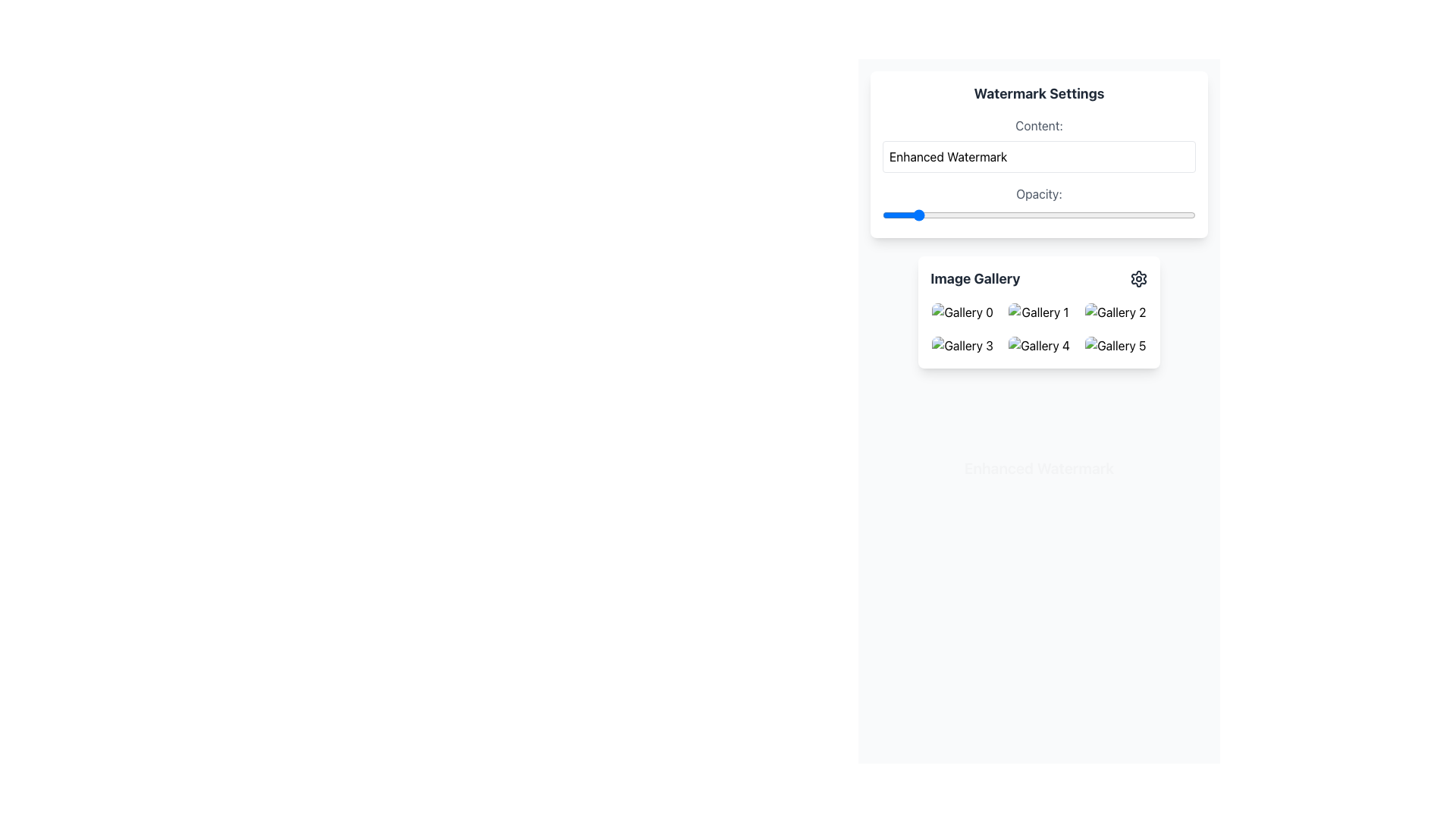  I want to click on the slider value, so click(882, 215).